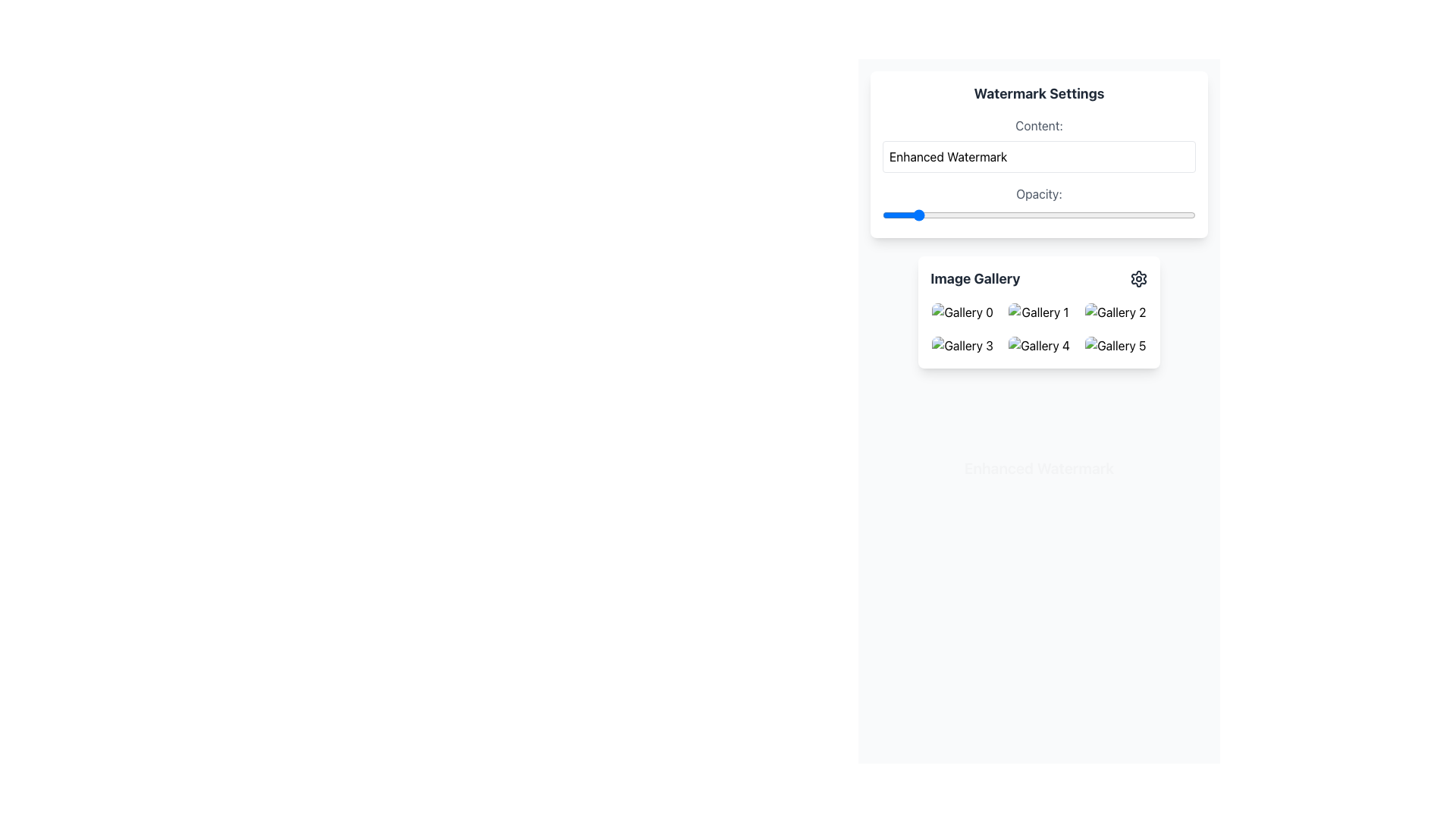  I want to click on the slider value, so click(882, 215).